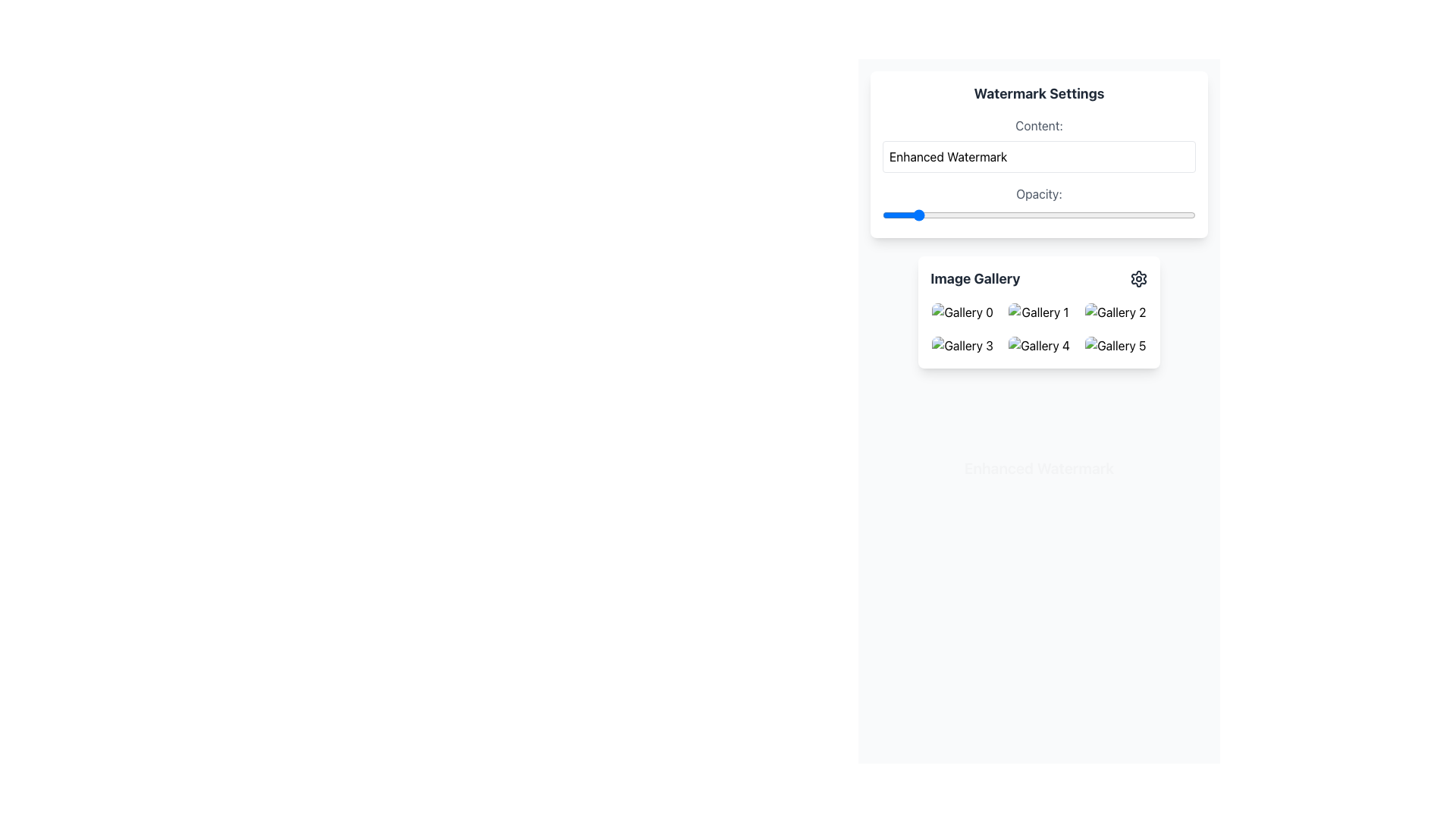  I want to click on the slider value, so click(882, 215).